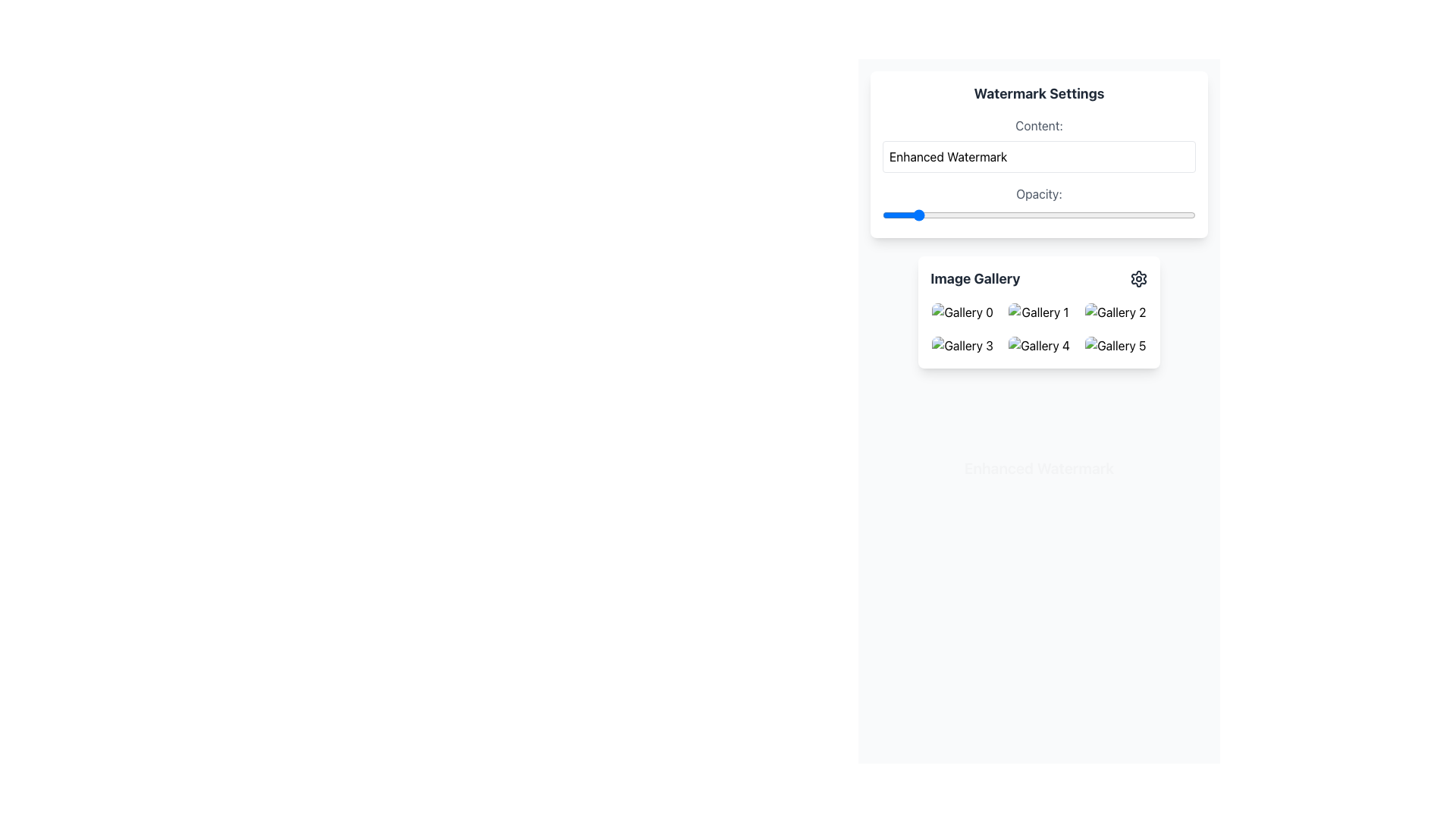  I want to click on the slider value, so click(882, 215).